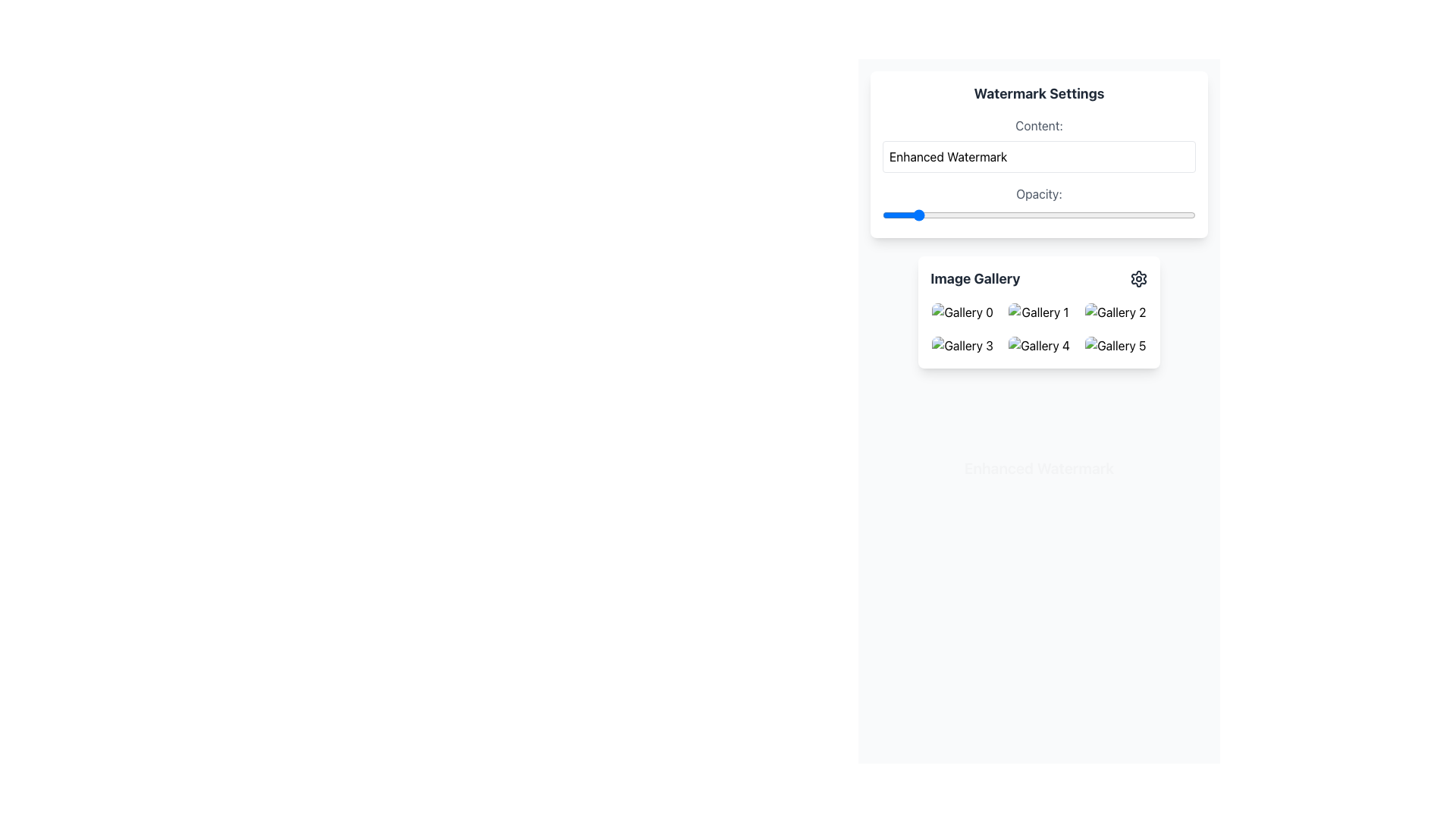  I want to click on the slider value, so click(882, 215).